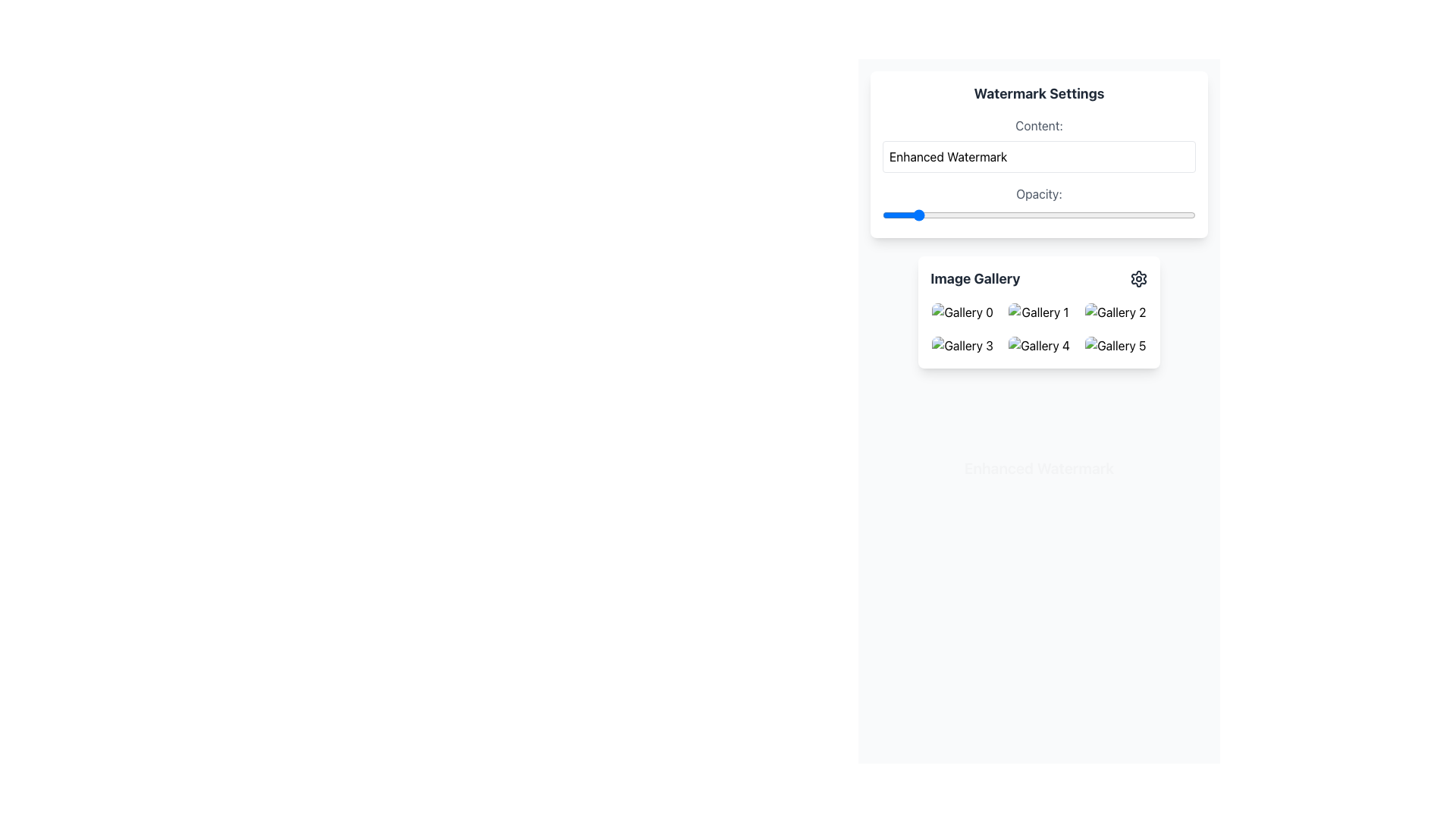  I want to click on the slider value, so click(882, 215).